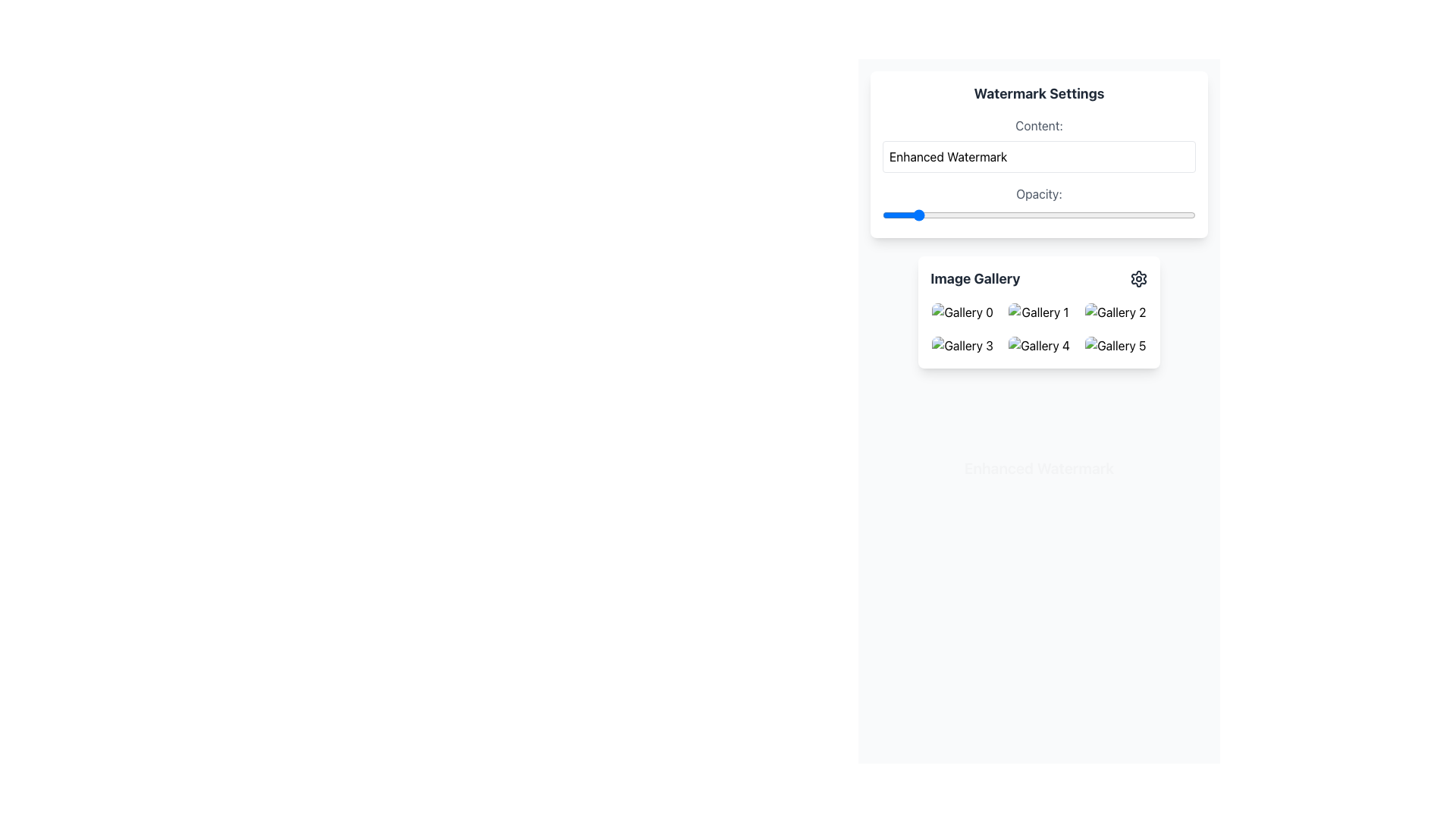  I want to click on the slider value, so click(882, 215).